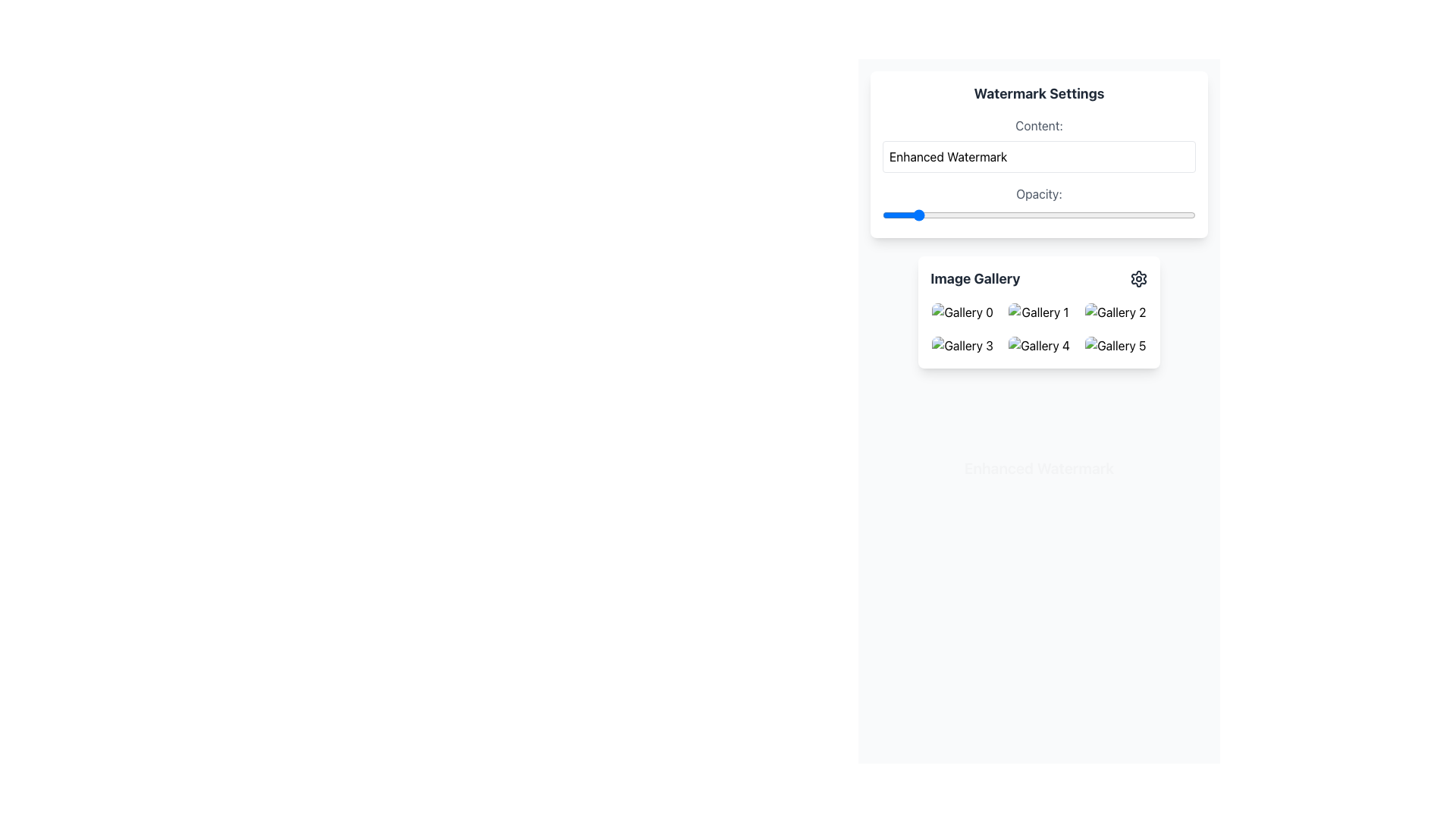  I want to click on the slider value, so click(882, 215).